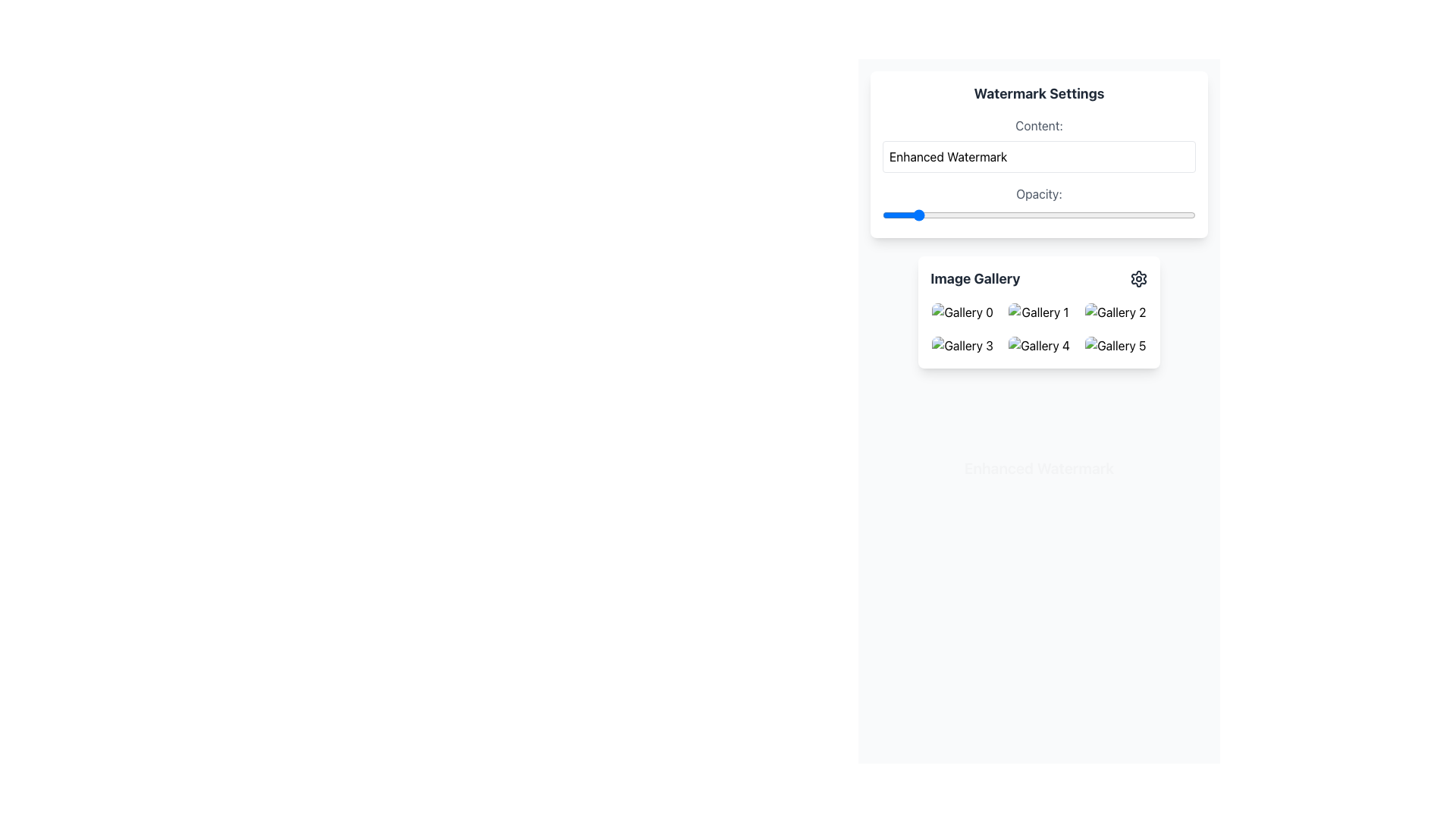  I want to click on the slider value, so click(882, 215).